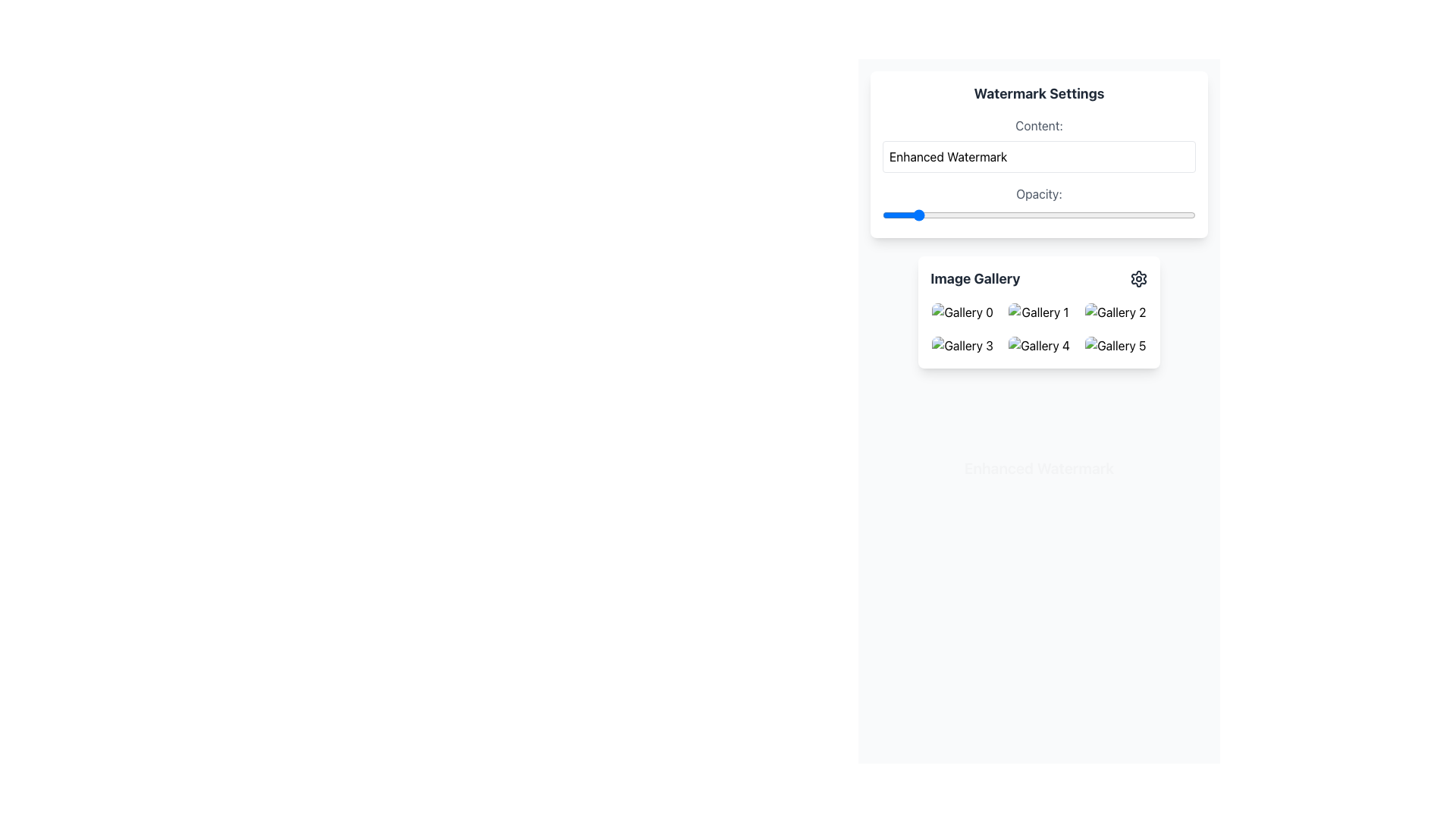  I want to click on the slider value, so click(882, 215).